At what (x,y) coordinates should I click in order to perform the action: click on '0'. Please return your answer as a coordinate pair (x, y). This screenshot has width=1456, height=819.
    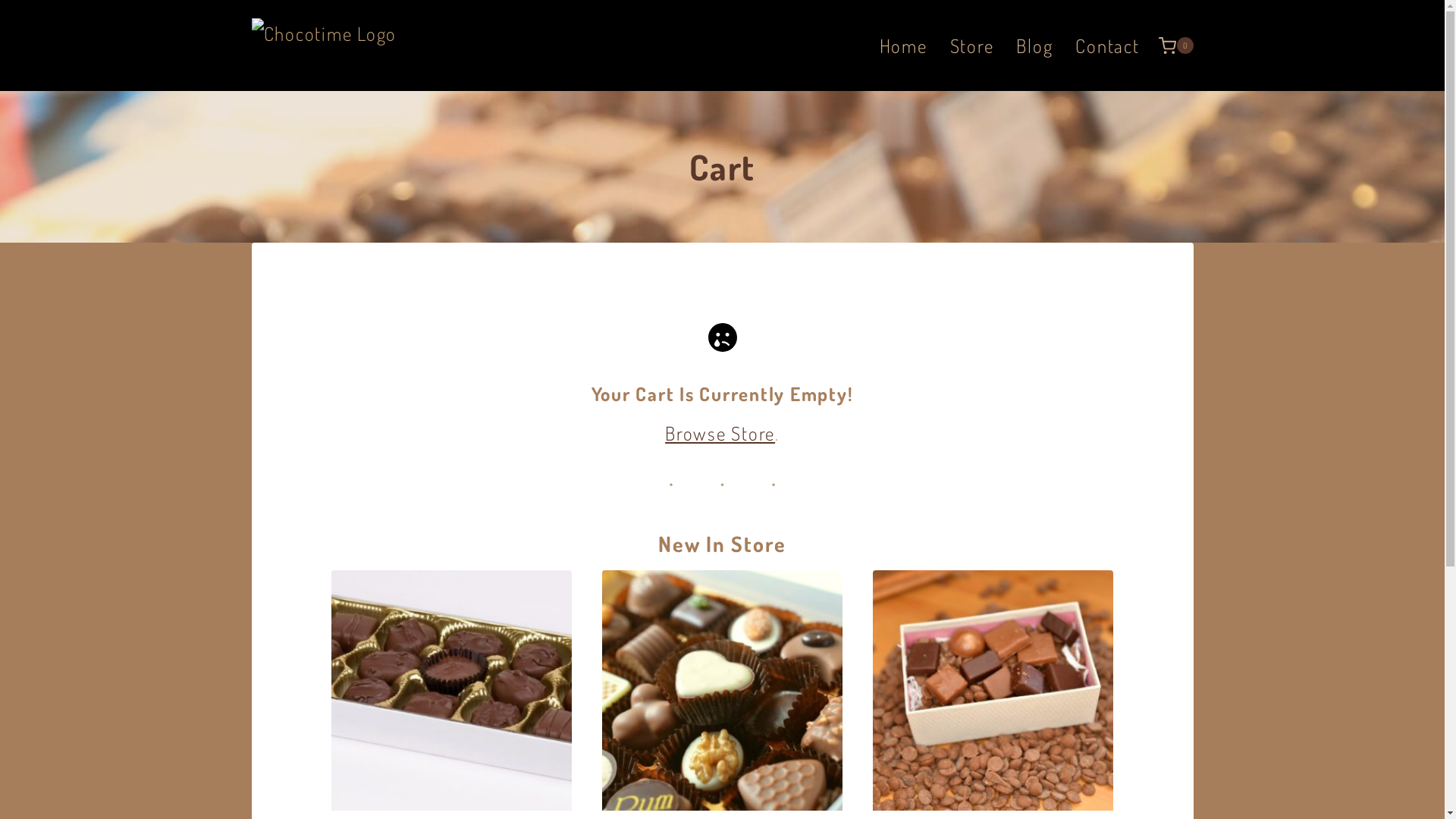
    Looking at the image, I should click on (1175, 44).